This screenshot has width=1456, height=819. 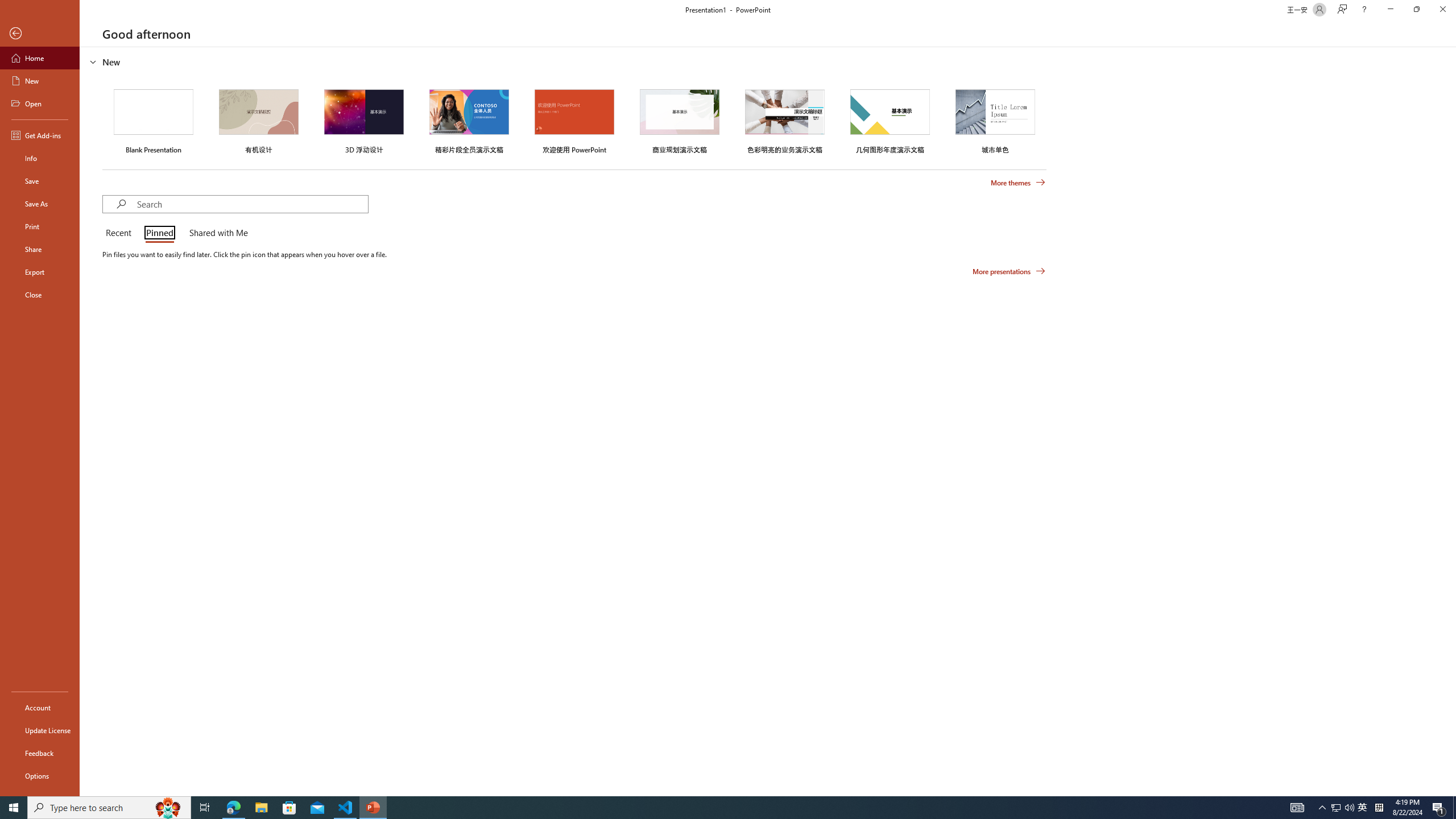 What do you see at coordinates (39, 102) in the screenshot?
I see `'Open'` at bounding box center [39, 102].